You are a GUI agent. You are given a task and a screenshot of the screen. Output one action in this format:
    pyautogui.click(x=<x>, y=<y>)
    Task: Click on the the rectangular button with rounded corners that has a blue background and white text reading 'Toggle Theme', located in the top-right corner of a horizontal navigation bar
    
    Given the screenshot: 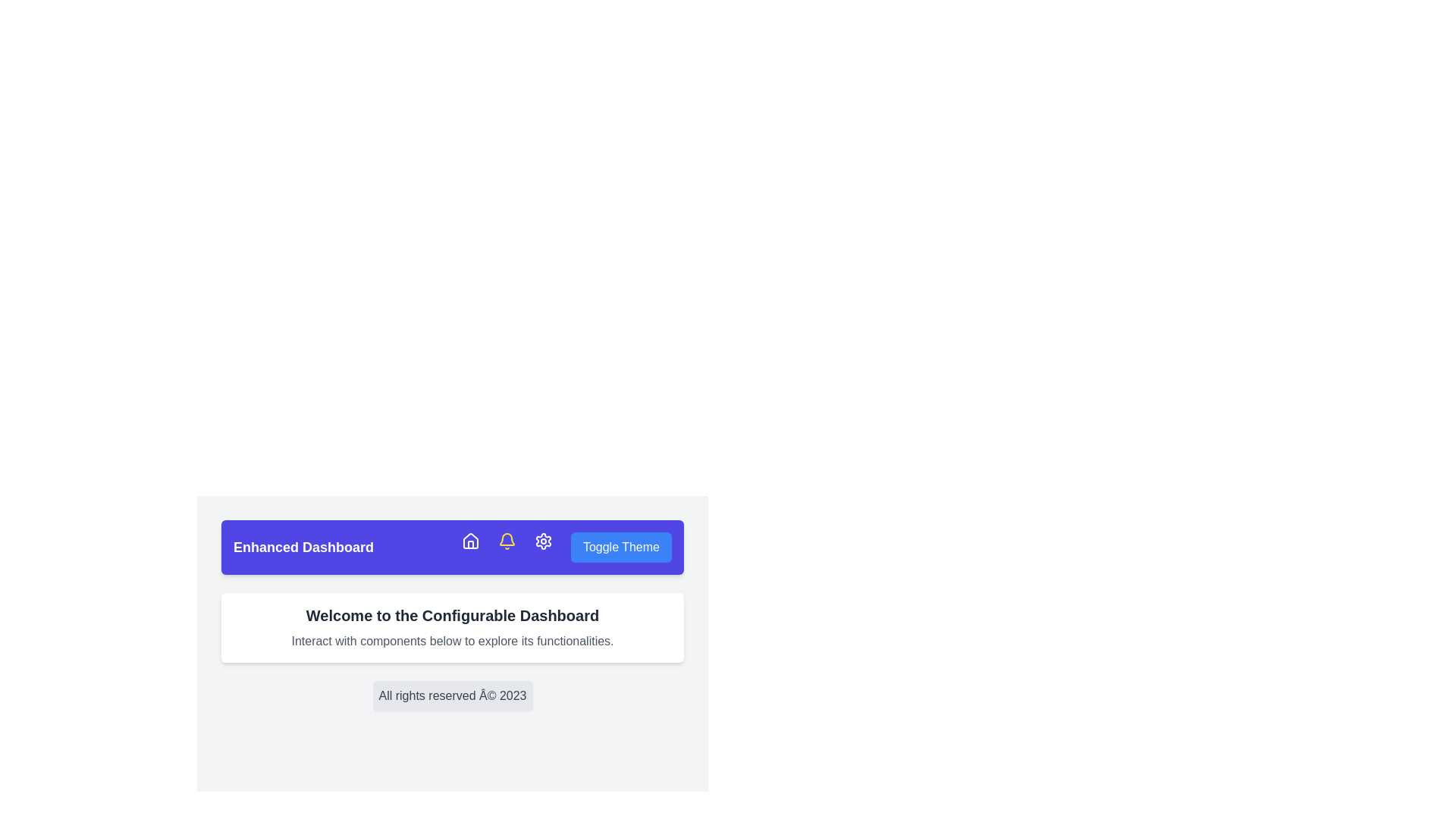 What is the action you would take?
    pyautogui.click(x=621, y=547)
    